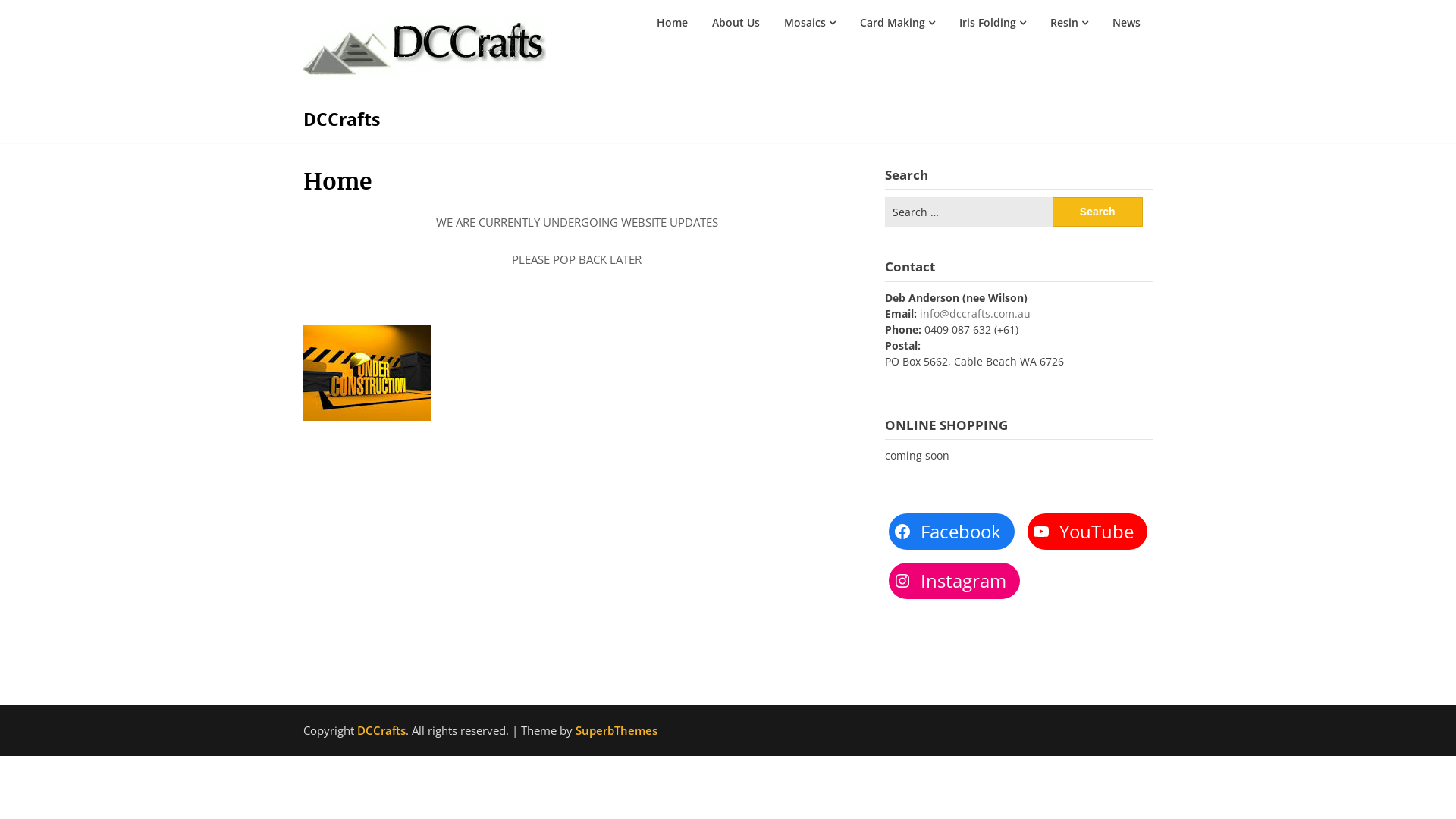  I want to click on 'Mosaics', so click(808, 23).